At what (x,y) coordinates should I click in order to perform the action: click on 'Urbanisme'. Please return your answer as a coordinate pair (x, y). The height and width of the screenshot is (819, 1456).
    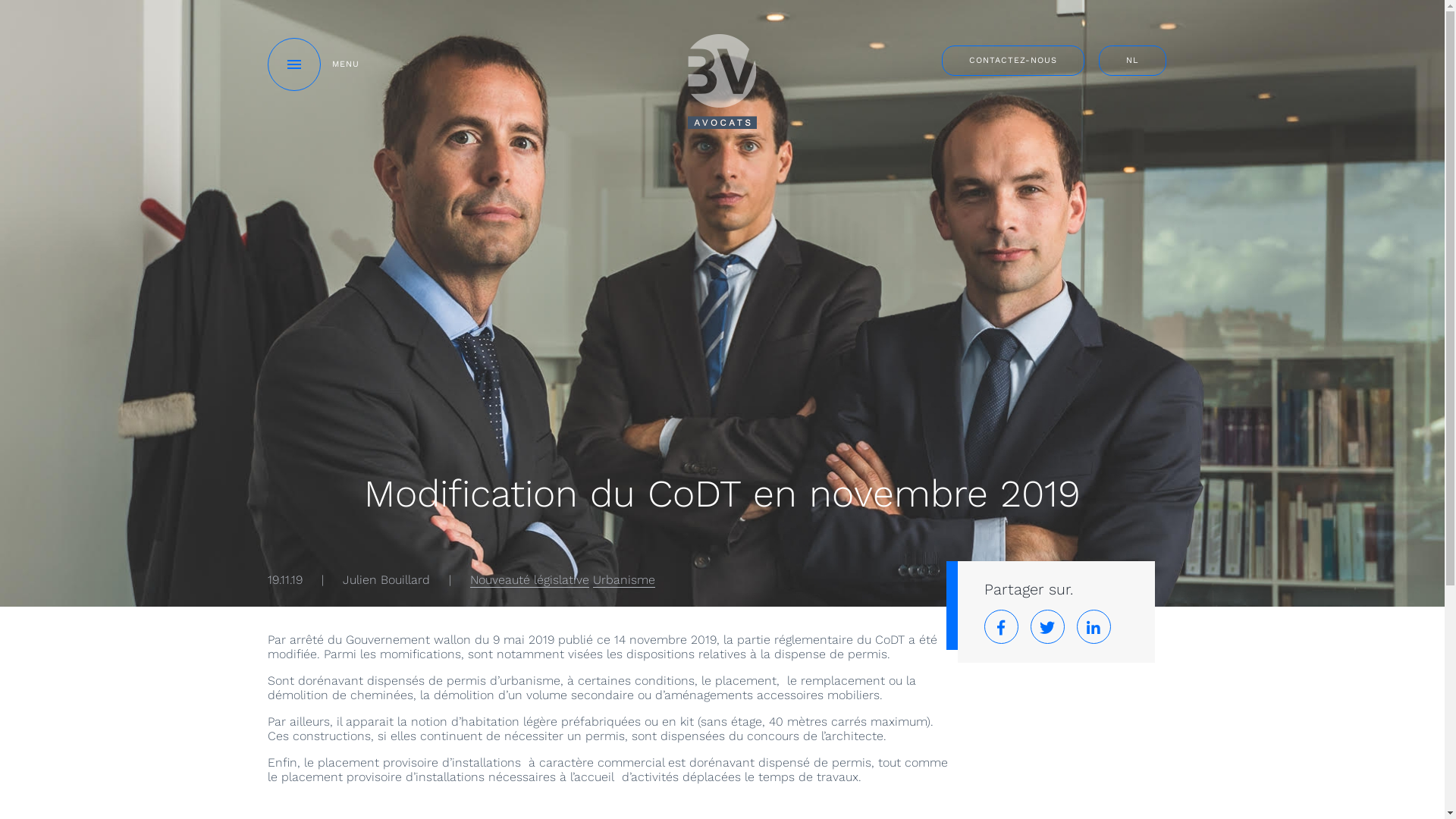
    Looking at the image, I should click on (592, 579).